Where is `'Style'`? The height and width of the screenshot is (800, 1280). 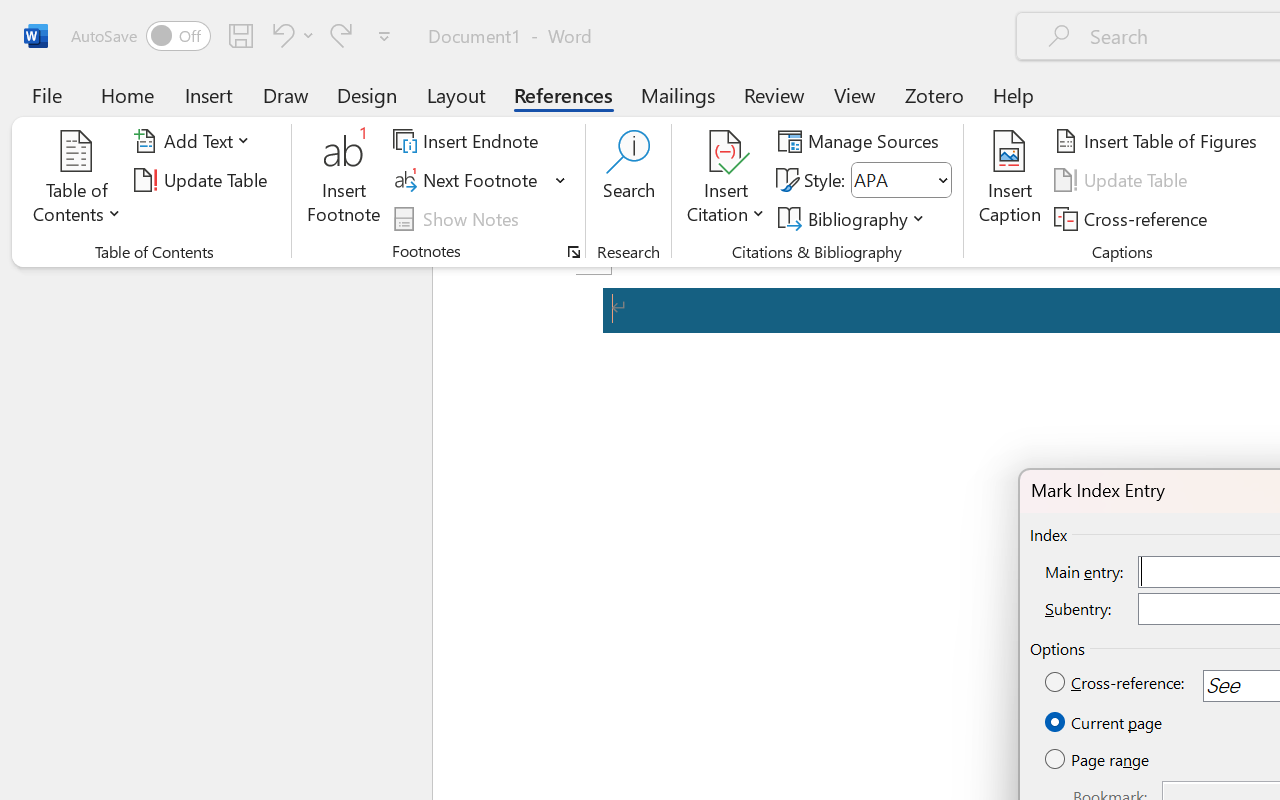 'Style' is located at coordinates (900, 179).